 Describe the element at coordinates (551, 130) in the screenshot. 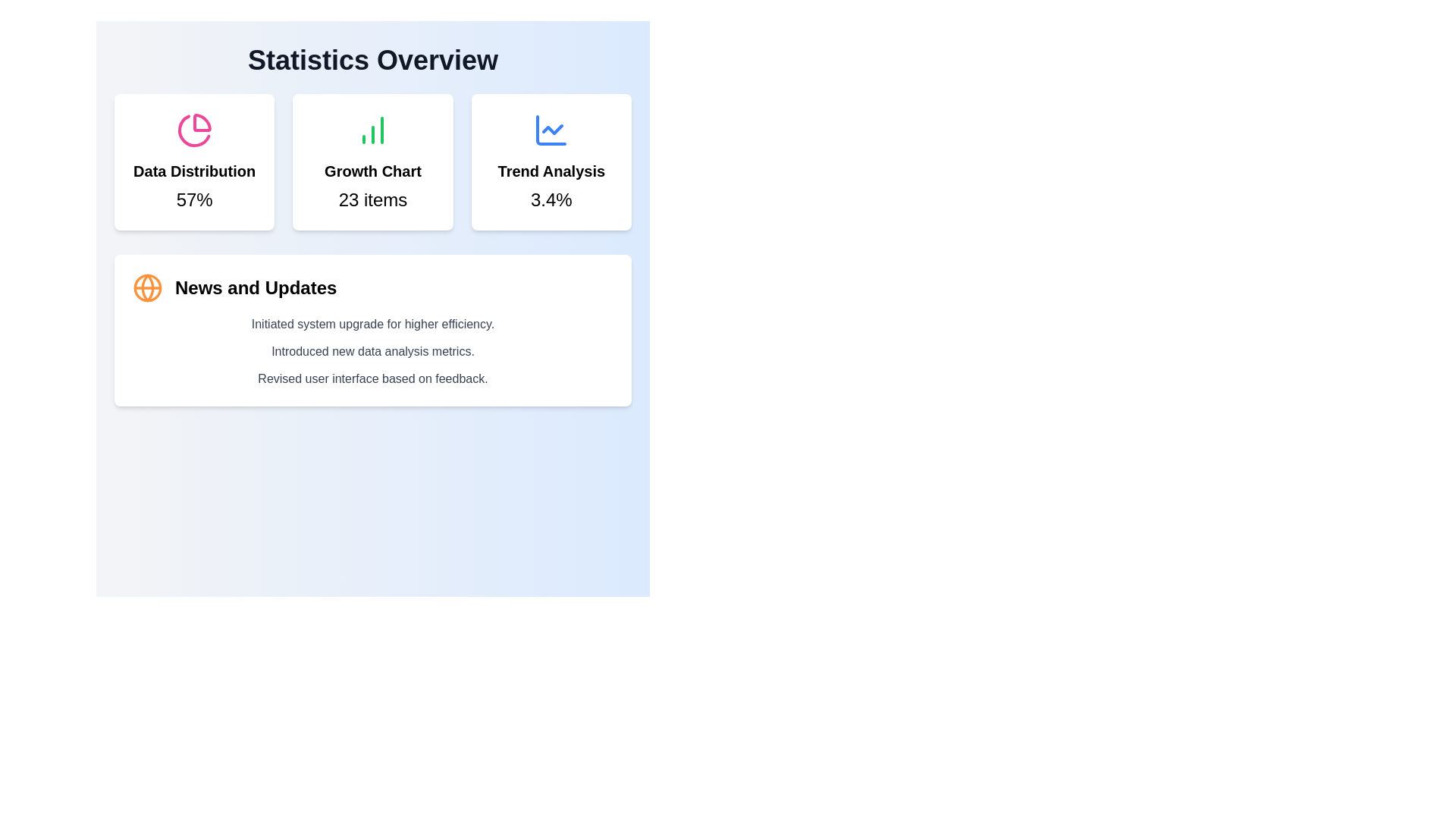

I see `the line chart icon with a blue color theme located in the top-right card titled 'Trend Analysis'` at that location.